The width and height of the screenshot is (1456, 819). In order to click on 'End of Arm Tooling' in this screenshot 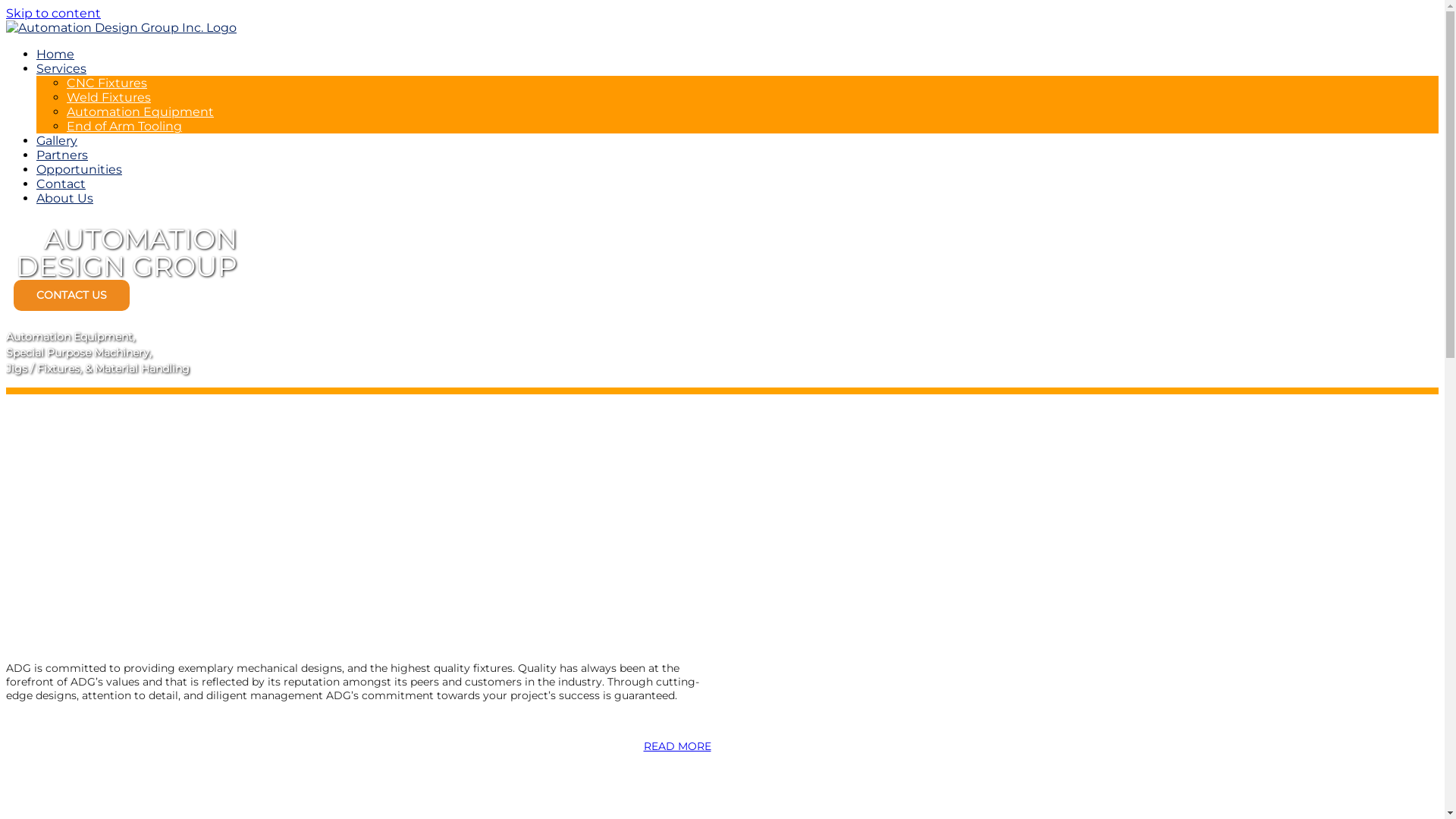, I will do `click(124, 125)`.